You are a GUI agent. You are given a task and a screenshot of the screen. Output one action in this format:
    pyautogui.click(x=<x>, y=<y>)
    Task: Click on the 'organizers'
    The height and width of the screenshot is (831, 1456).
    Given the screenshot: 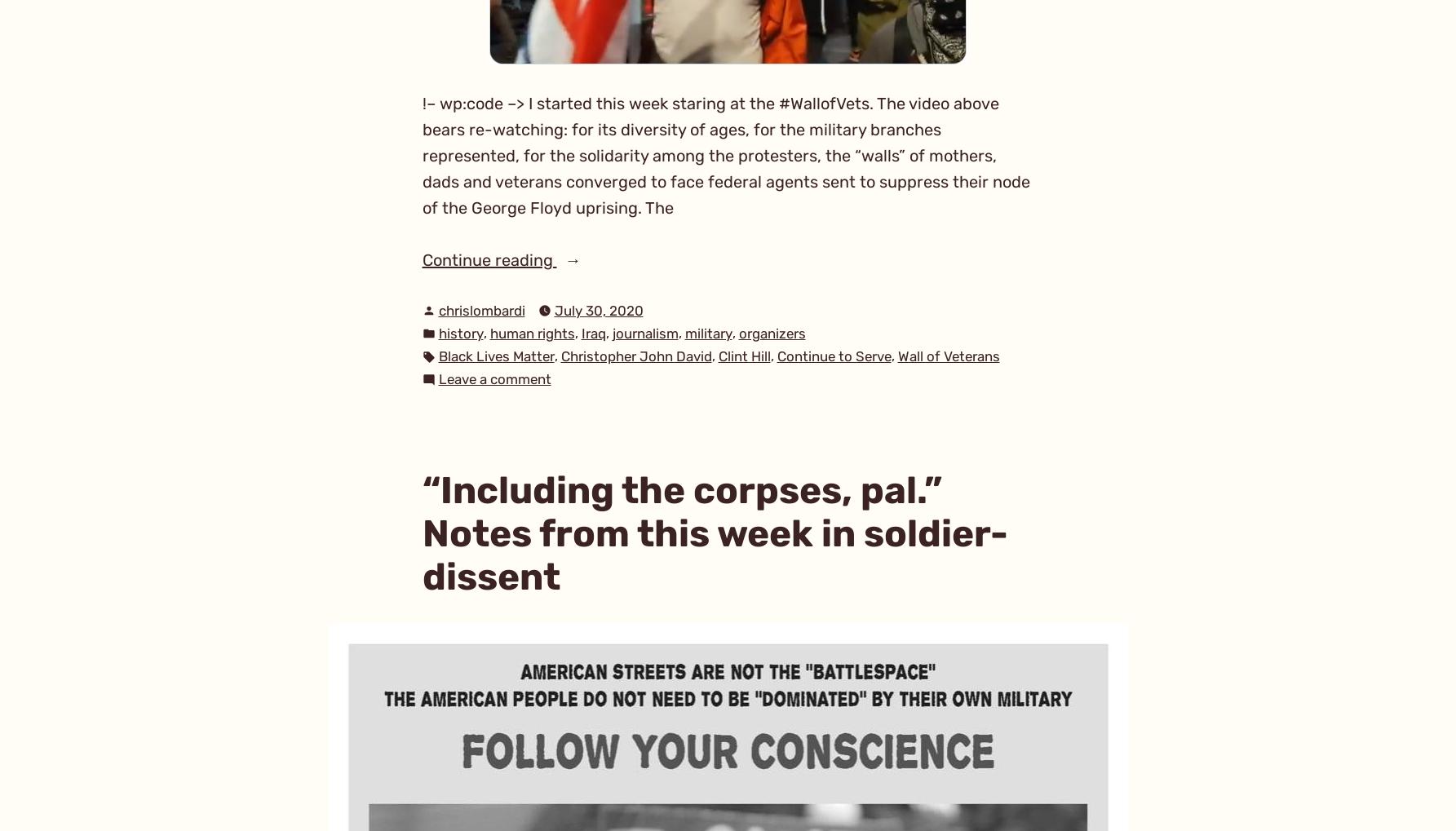 What is the action you would take?
    pyautogui.click(x=737, y=332)
    